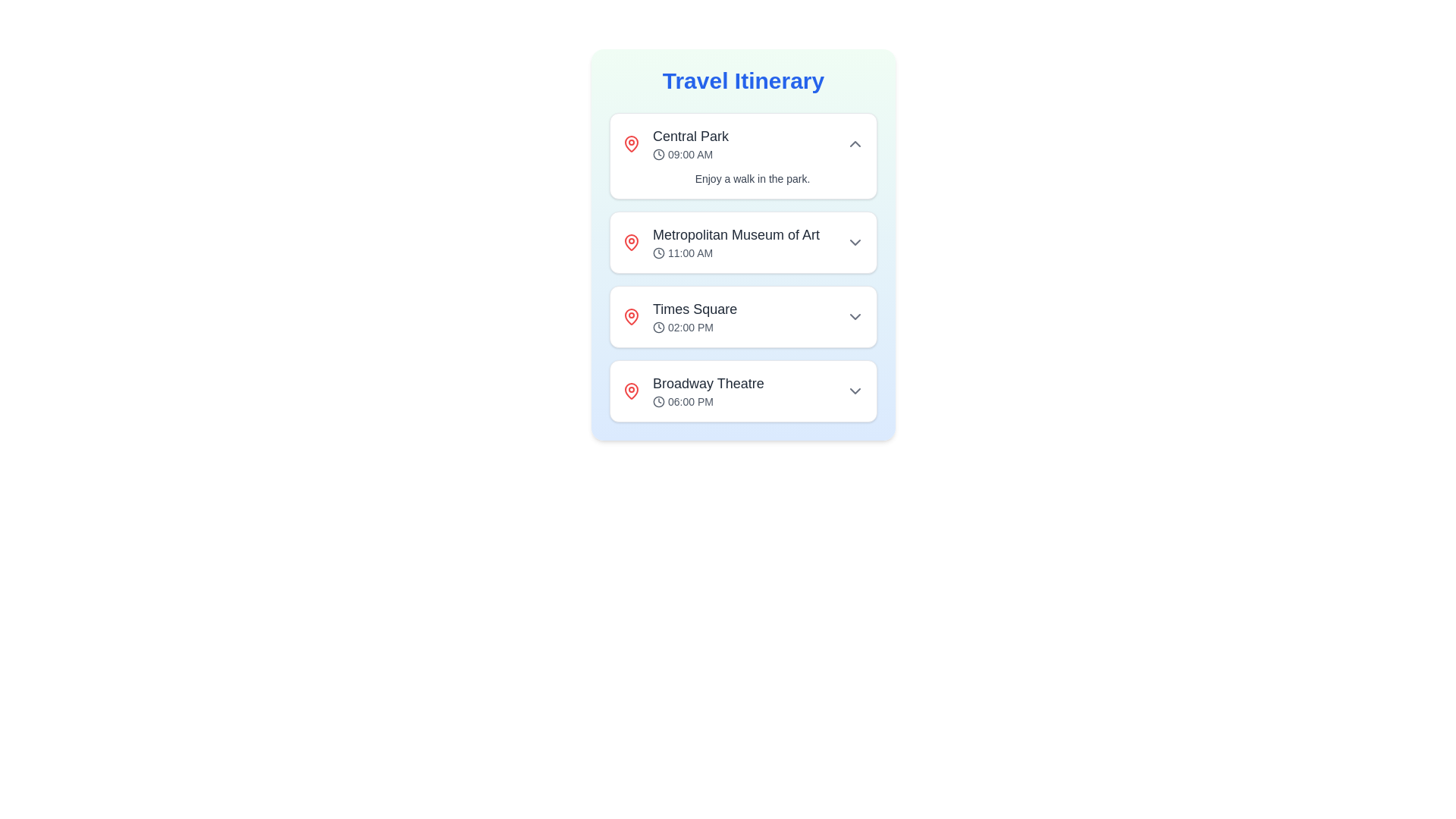  I want to click on the chevron-shaped upward arrow icon located to the right of the text 'Central Park 09:00 AM' in the itinerary list, so click(855, 143).